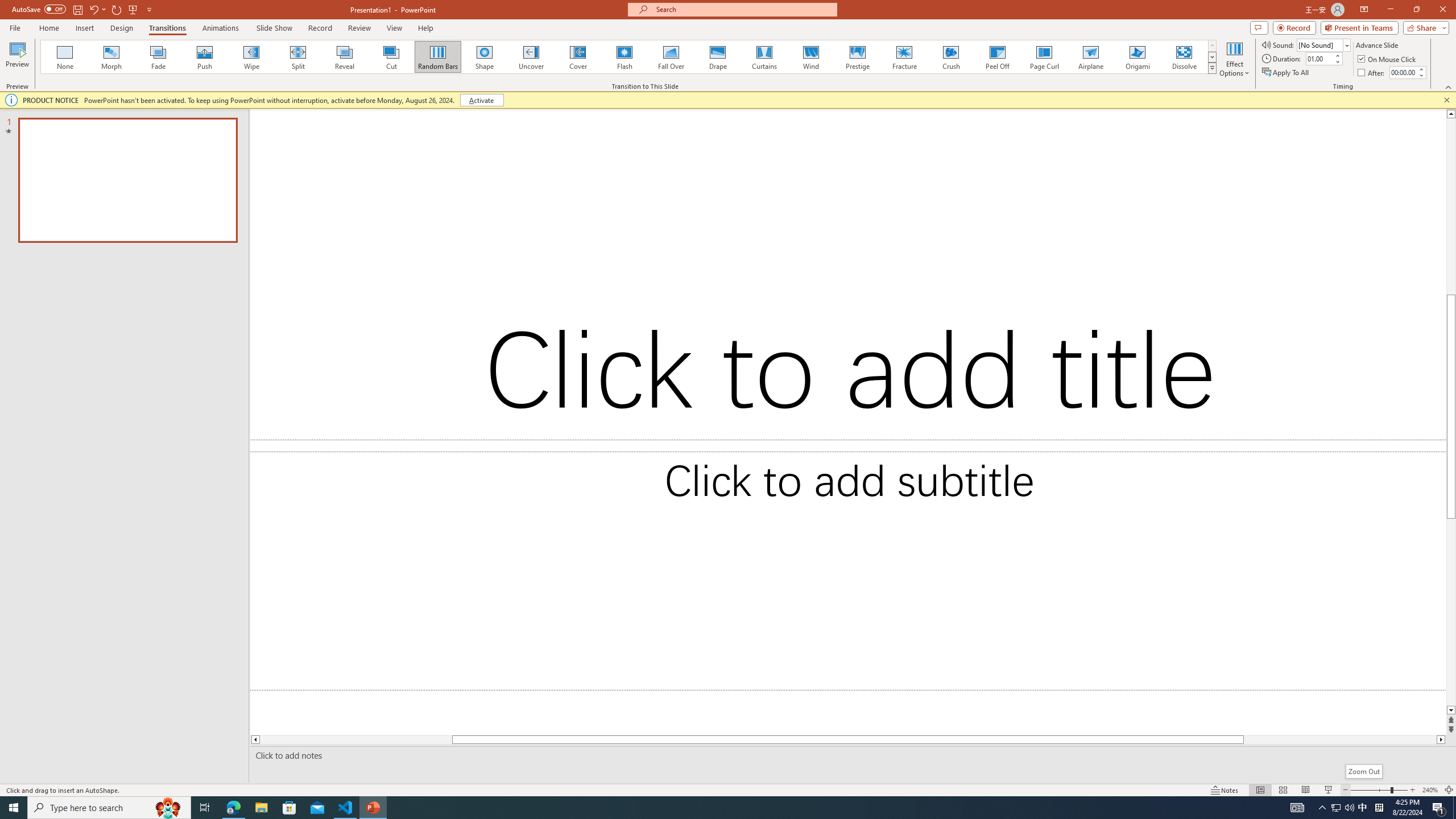  I want to click on 'Uncover', so click(531, 56).